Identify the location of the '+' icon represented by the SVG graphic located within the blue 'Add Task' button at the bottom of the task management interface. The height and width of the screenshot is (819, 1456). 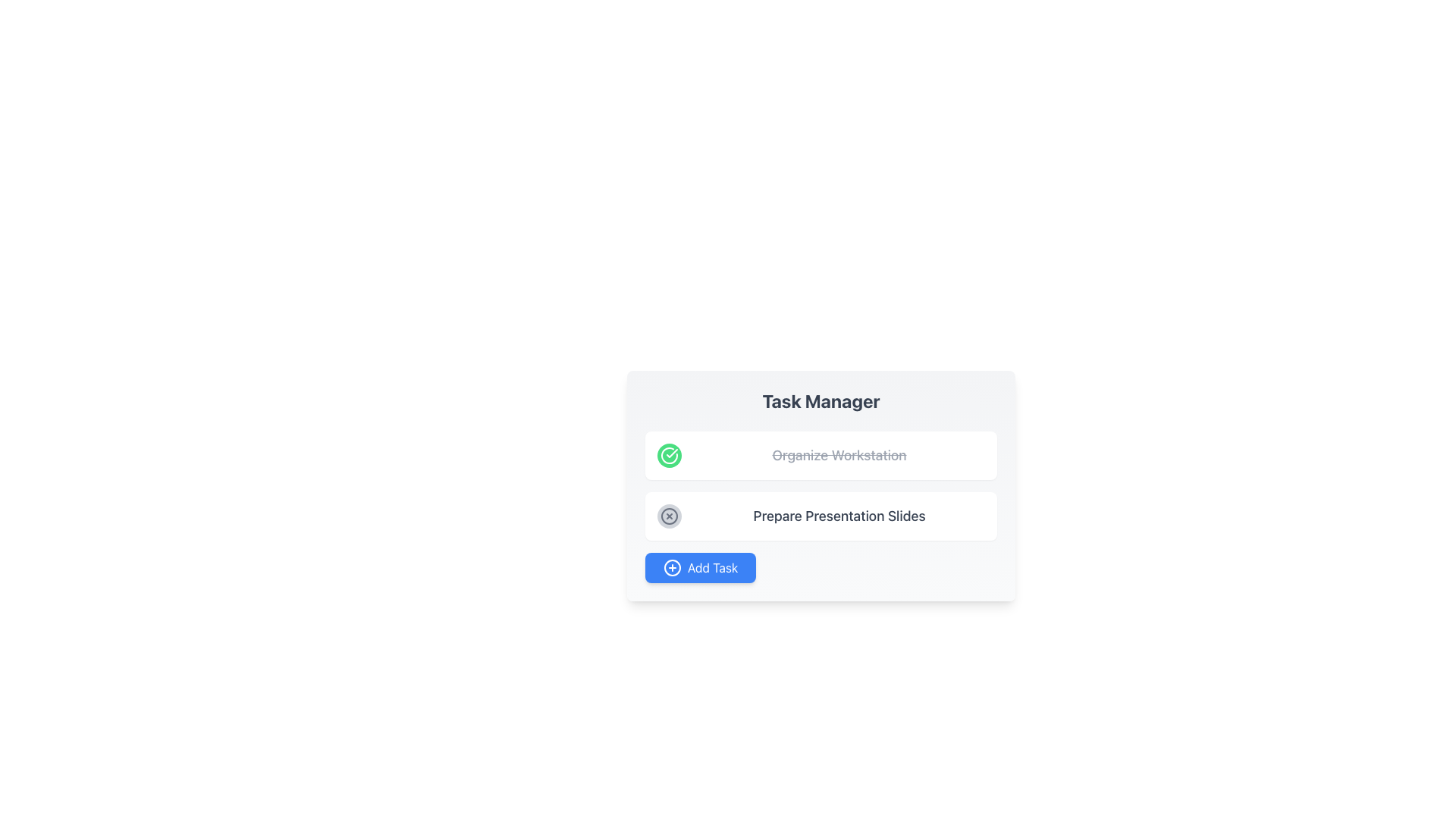
(672, 567).